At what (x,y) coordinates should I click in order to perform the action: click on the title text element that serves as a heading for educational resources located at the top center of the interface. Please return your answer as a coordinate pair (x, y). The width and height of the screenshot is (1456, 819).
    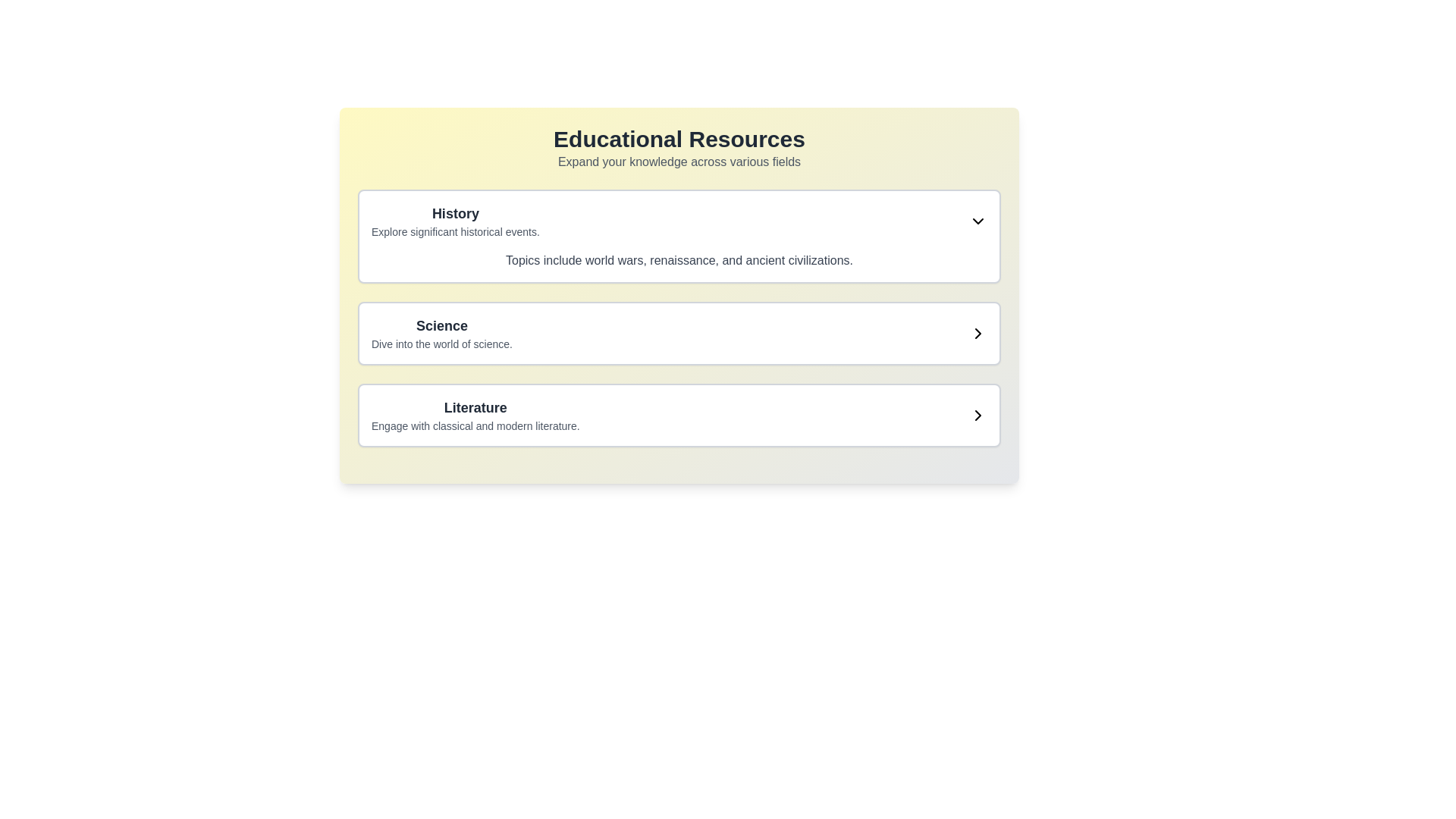
    Looking at the image, I should click on (679, 140).